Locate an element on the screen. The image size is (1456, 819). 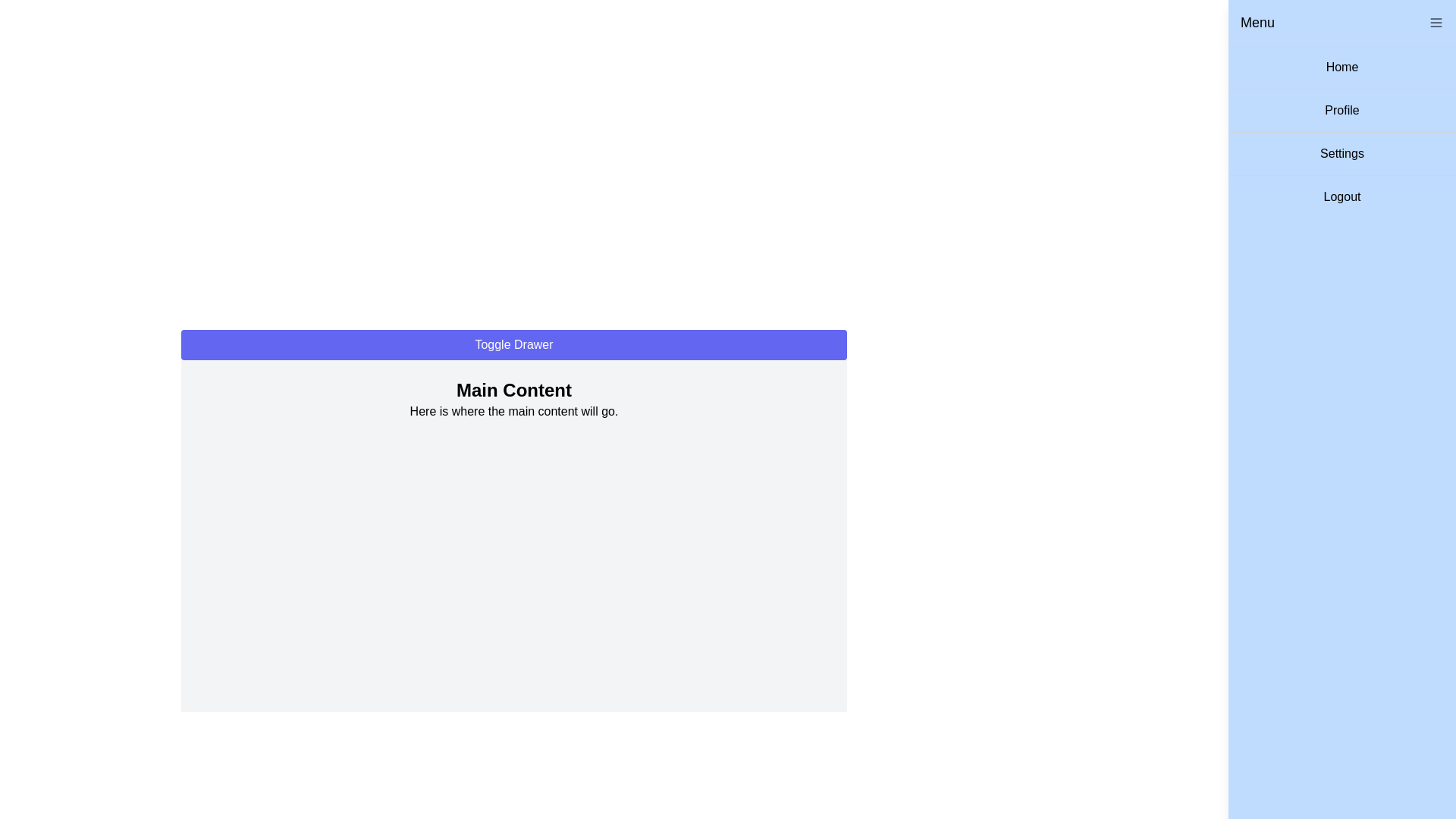
the text segment displaying 'Here is where the main content will go.' which is positioned directly below the 'Main Content' heading is located at coordinates (513, 412).